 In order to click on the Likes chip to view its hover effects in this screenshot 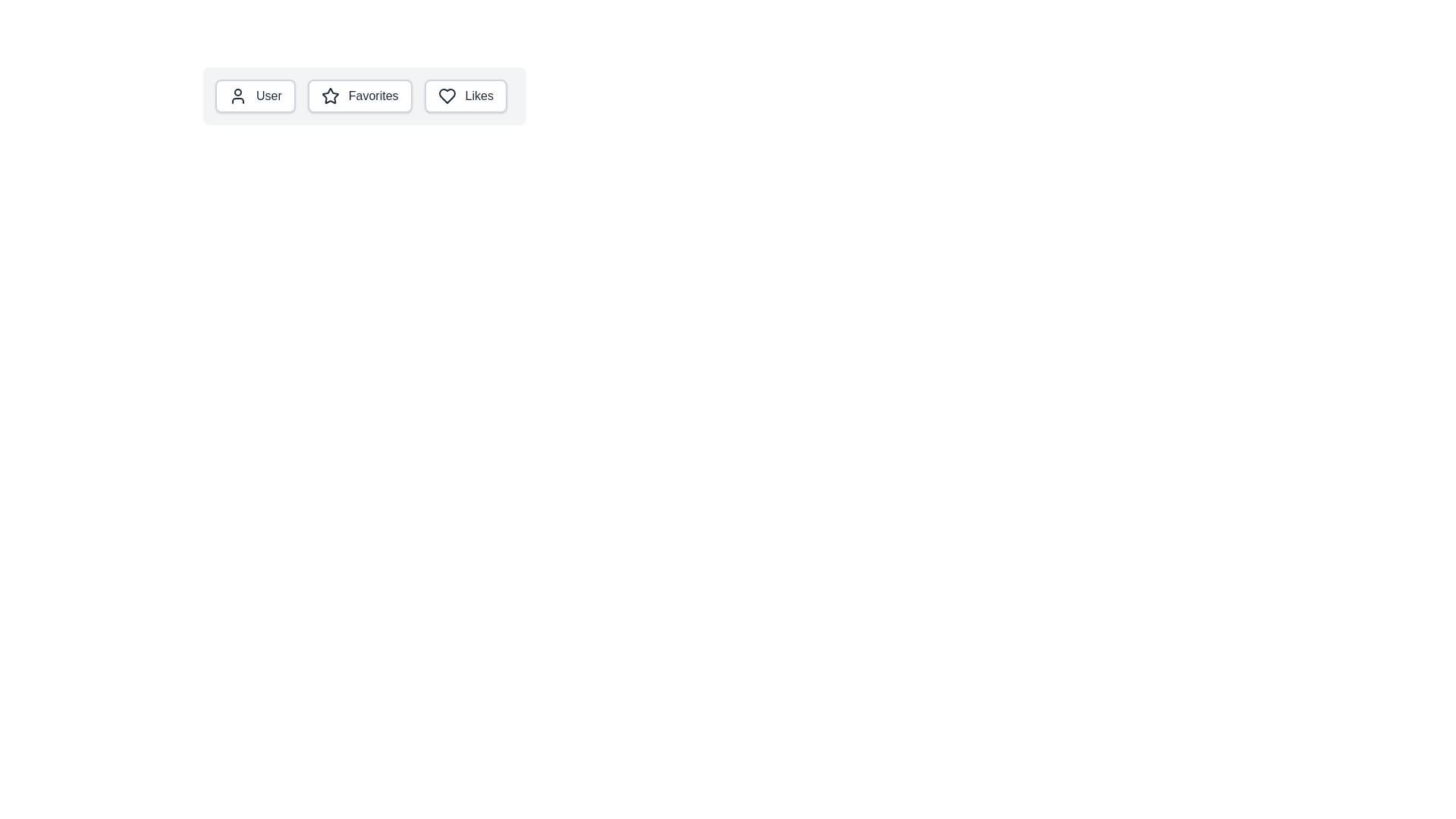, I will do `click(465, 96)`.